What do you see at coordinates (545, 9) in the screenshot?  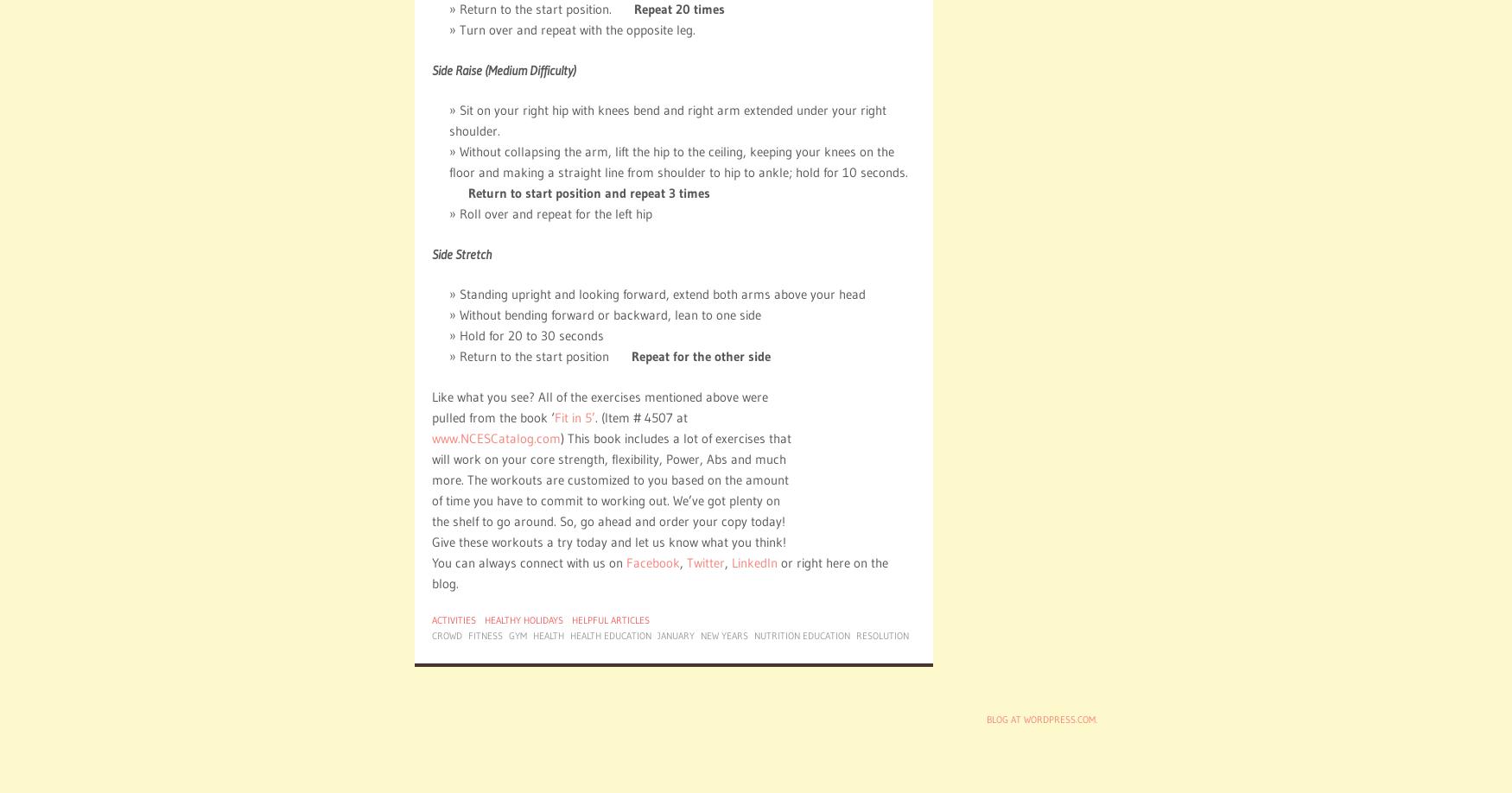 I see `'Return to the start position.'` at bounding box center [545, 9].